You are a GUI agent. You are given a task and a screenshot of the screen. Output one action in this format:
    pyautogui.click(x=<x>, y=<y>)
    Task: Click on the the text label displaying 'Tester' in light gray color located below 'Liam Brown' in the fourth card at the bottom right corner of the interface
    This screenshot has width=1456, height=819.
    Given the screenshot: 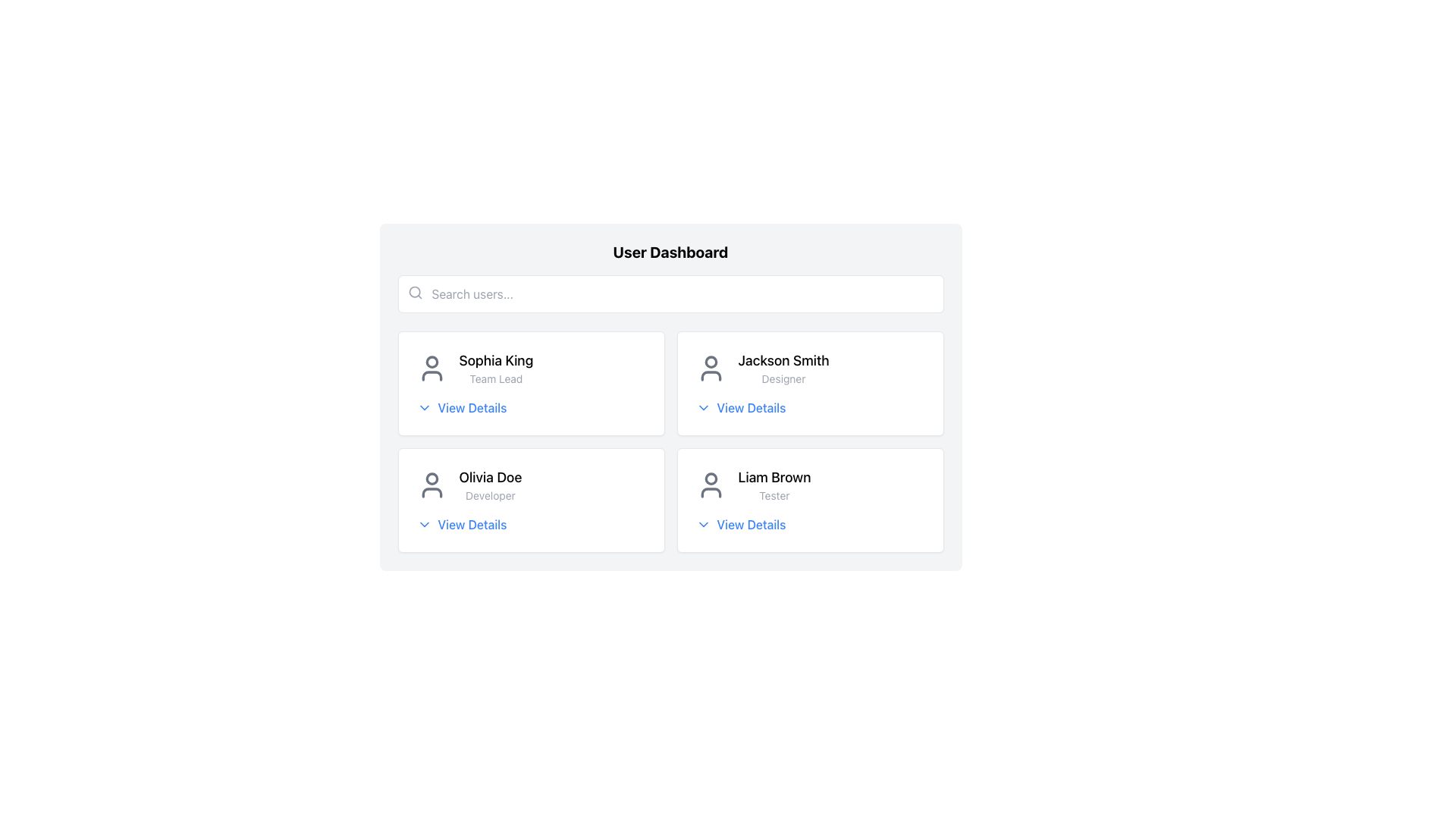 What is the action you would take?
    pyautogui.click(x=774, y=496)
    